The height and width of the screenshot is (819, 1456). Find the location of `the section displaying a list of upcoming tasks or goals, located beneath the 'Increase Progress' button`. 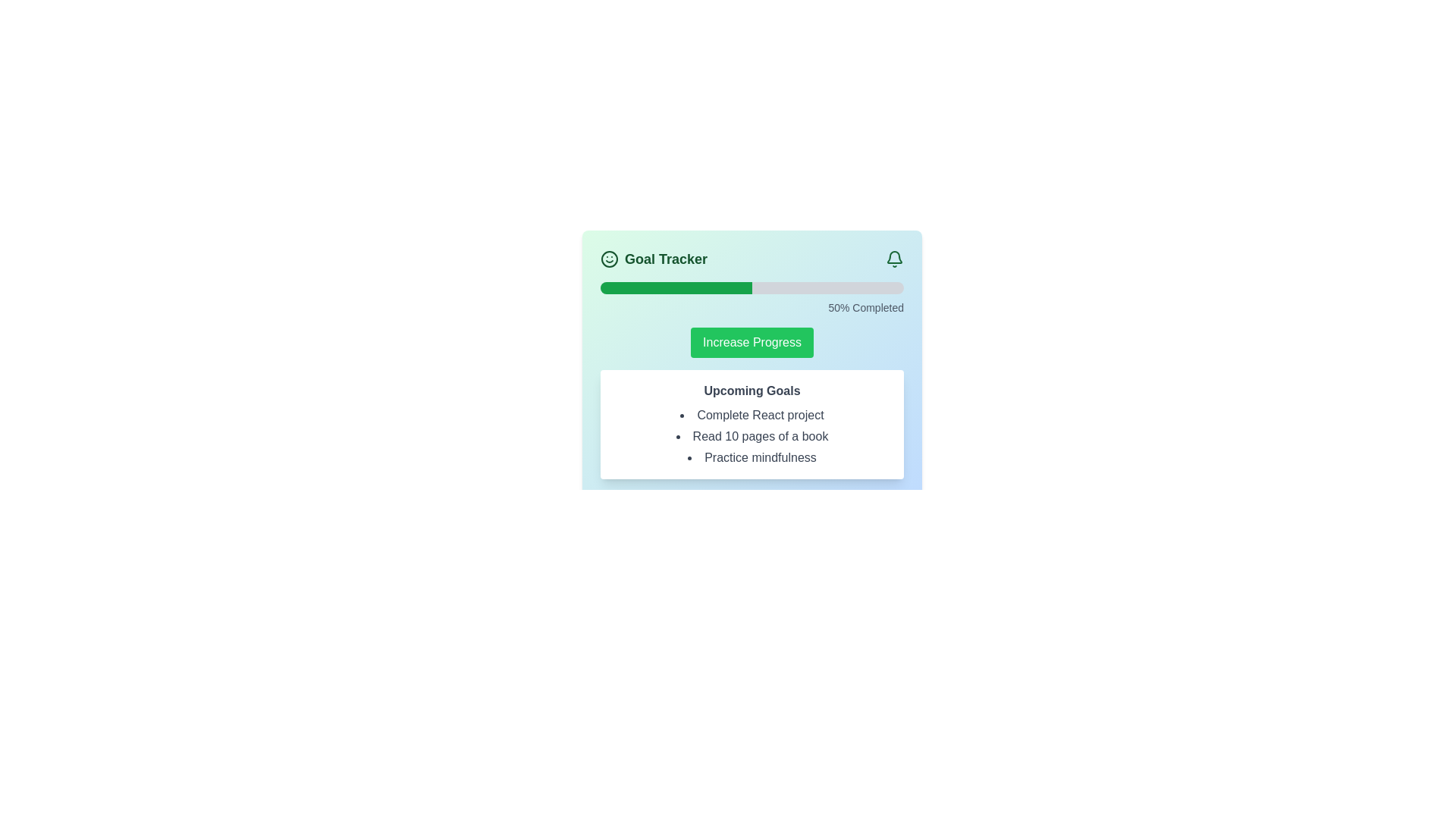

the section displaying a list of upcoming tasks or goals, located beneath the 'Increase Progress' button is located at coordinates (752, 424).